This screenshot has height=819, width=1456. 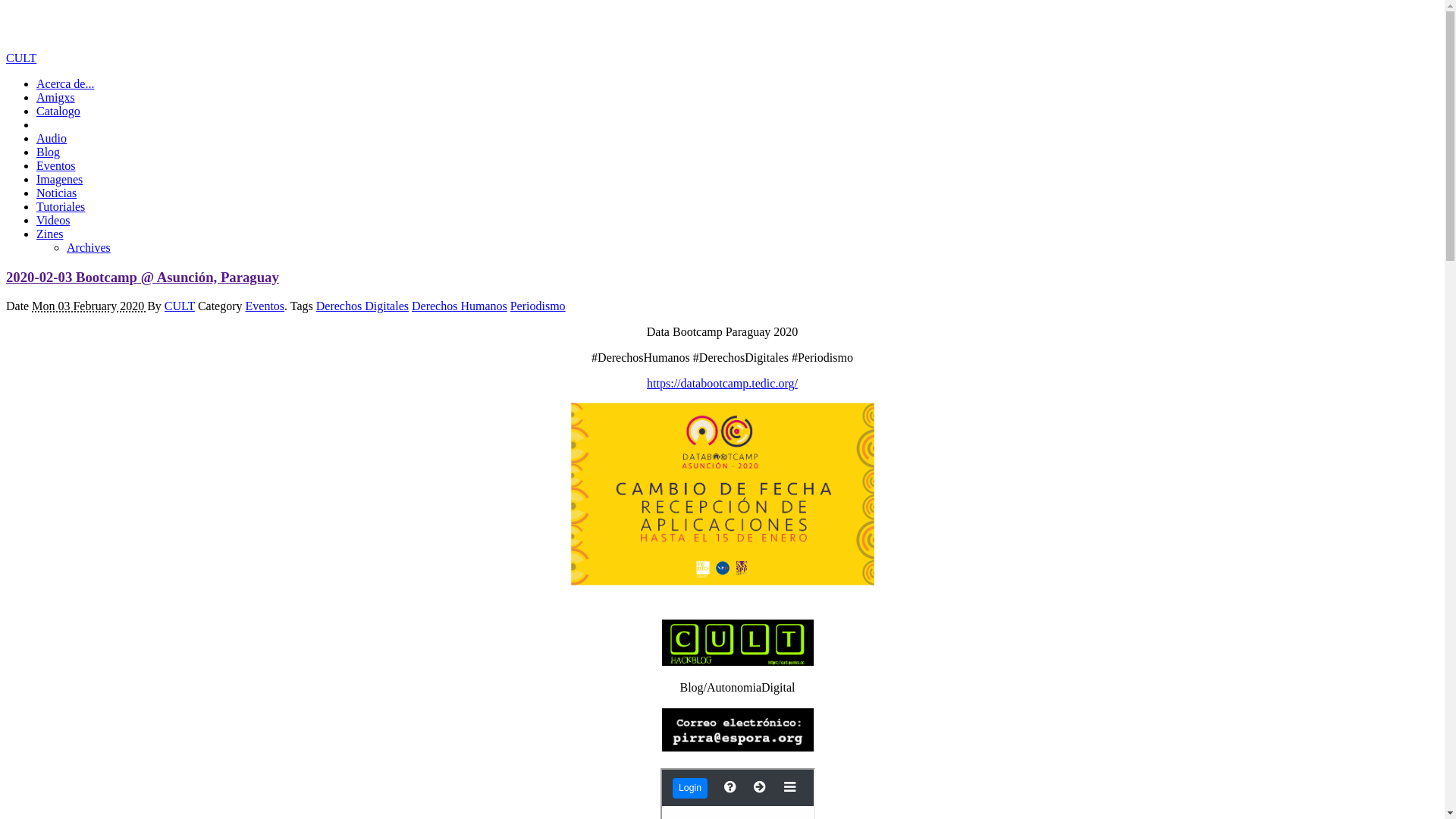 I want to click on 'Derechos Humanos', so click(x=458, y=306).